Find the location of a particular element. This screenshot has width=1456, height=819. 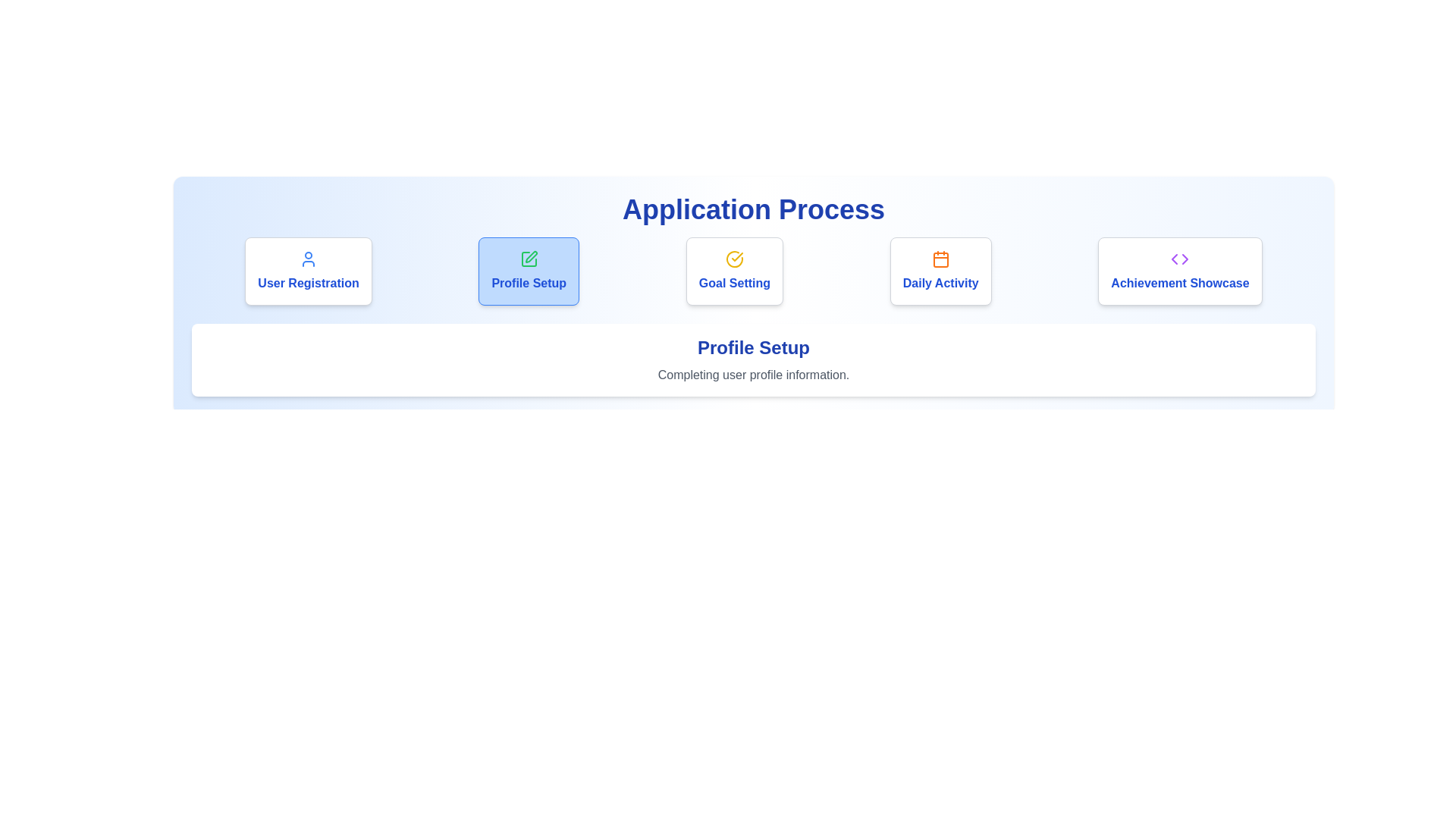

the Text Label that indicates the section is related to setting up the user's profile, positioned below the 'Application Process' title and above the descriptive text 'Completing user profile information.' is located at coordinates (753, 348).